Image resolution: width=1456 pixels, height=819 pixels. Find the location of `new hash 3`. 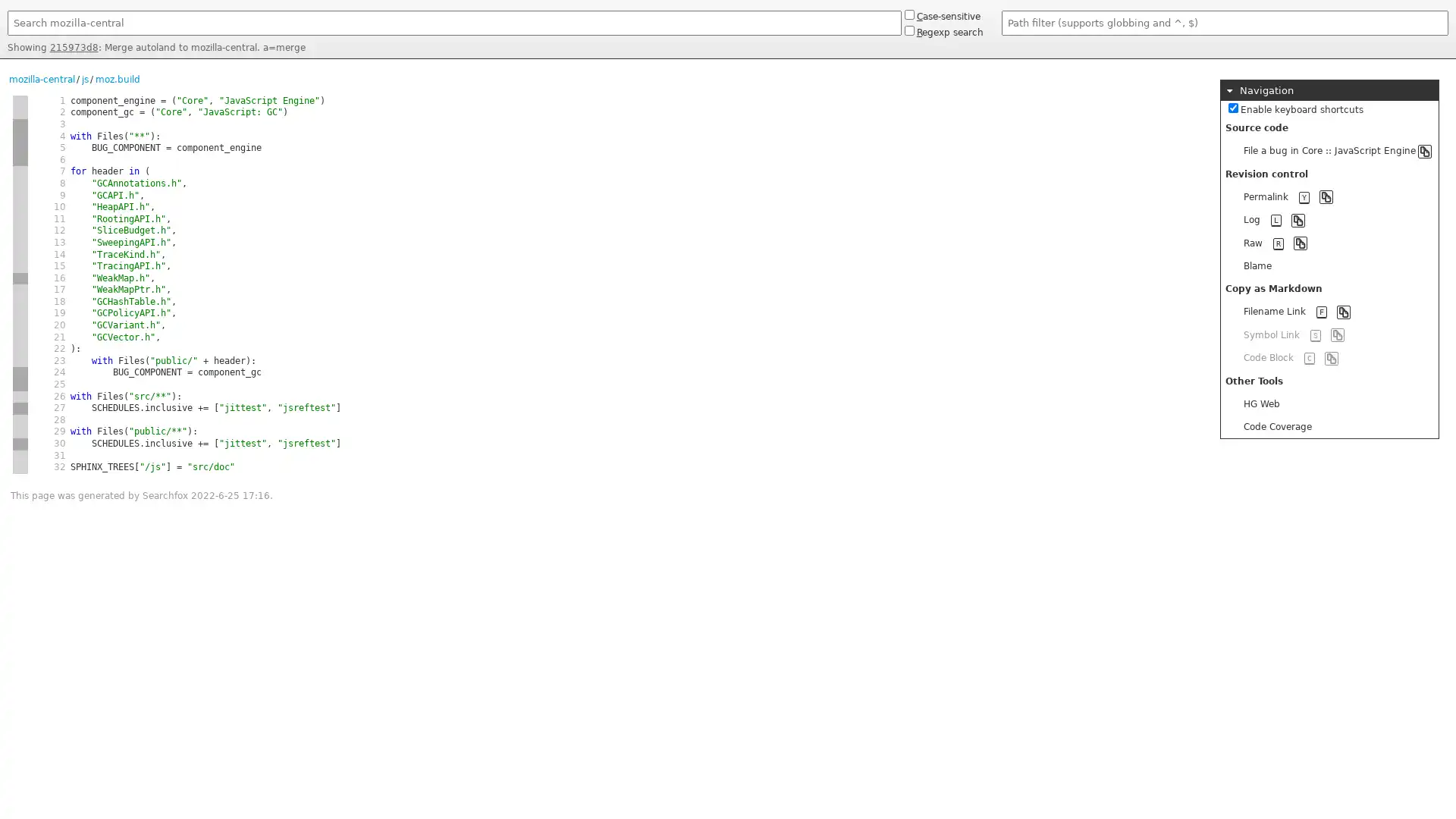

new hash 3 is located at coordinates (20, 278).